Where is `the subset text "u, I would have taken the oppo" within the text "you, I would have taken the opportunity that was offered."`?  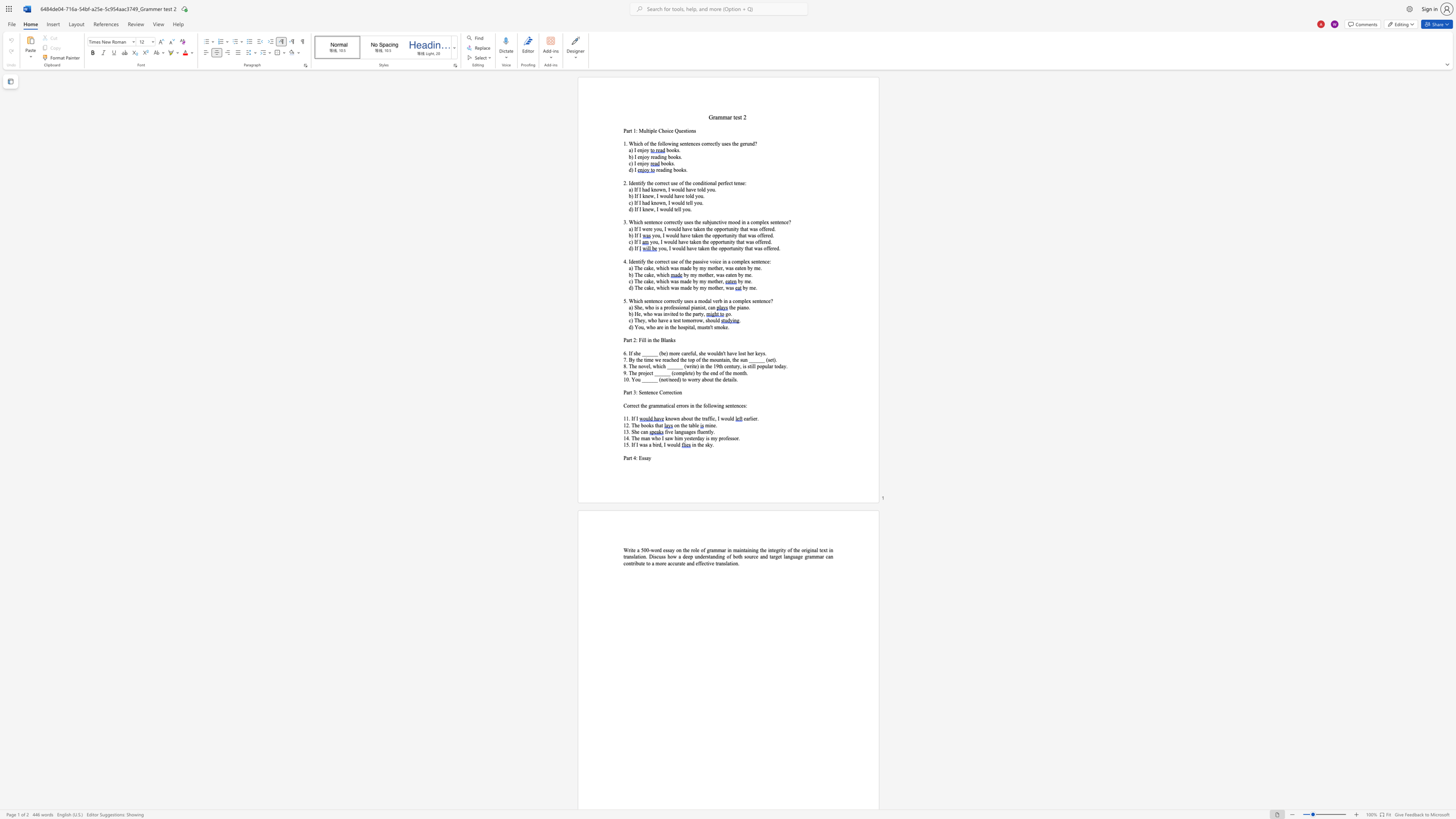 the subset text "u, I would have taken the oppo" within the text "you, I would have taken the opportunity that was offered." is located at coordinates (656, 235).